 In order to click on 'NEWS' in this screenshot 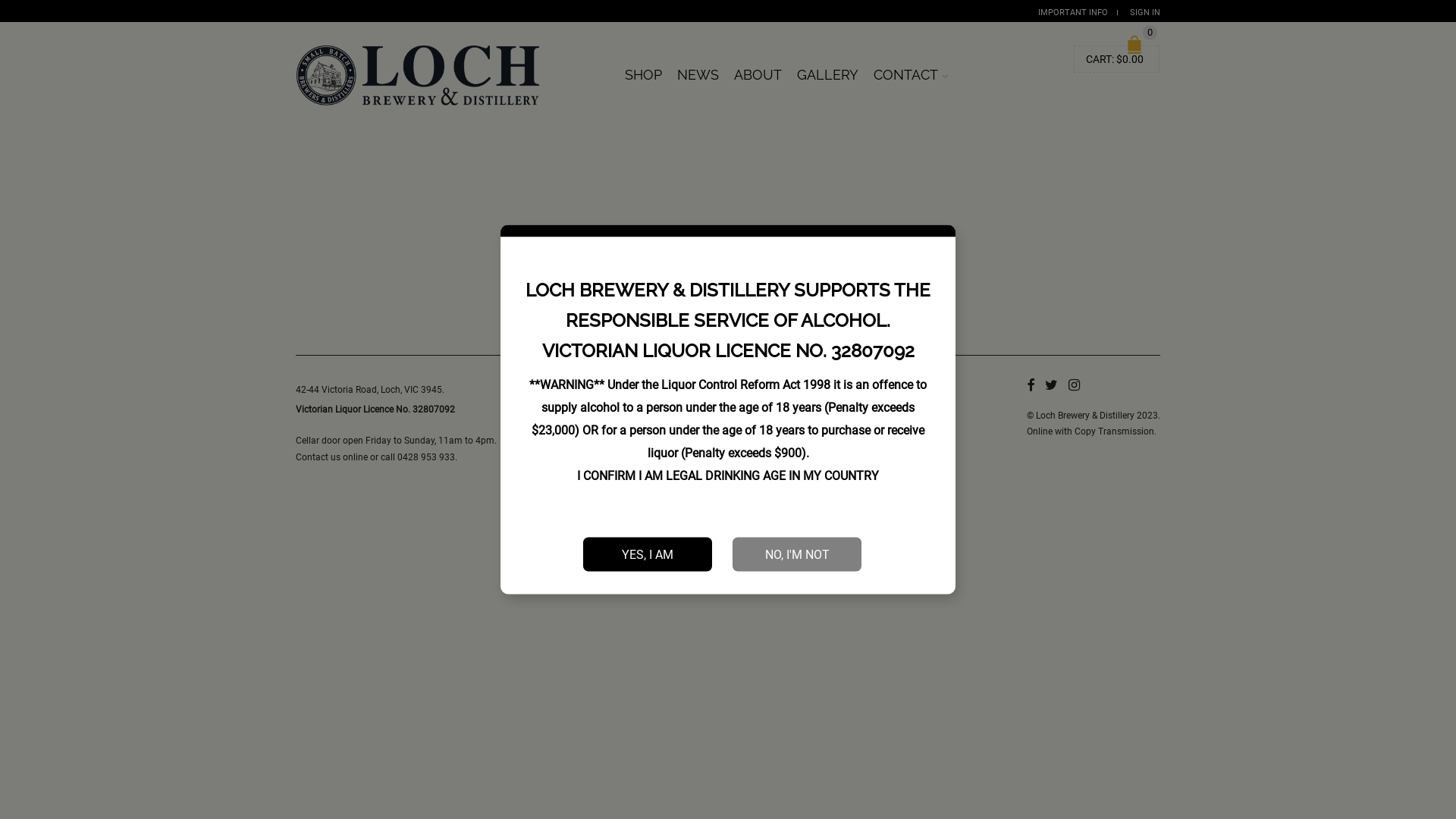, I will do `click(697, 75)`.